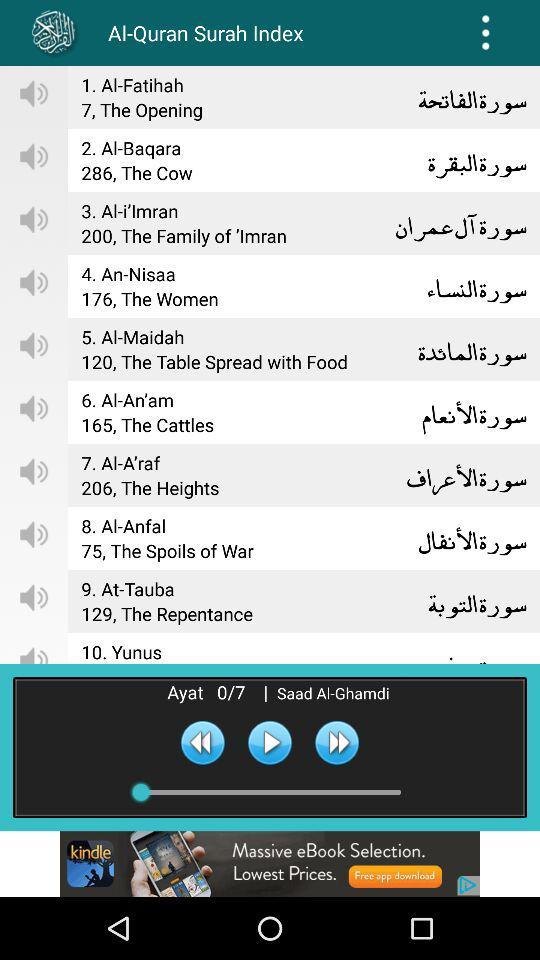 Image resolution: width=540 pixels, height=960 pixels. Describe the element at coordinates (202, 741) in the screenshot. I see `previous option` at that location.